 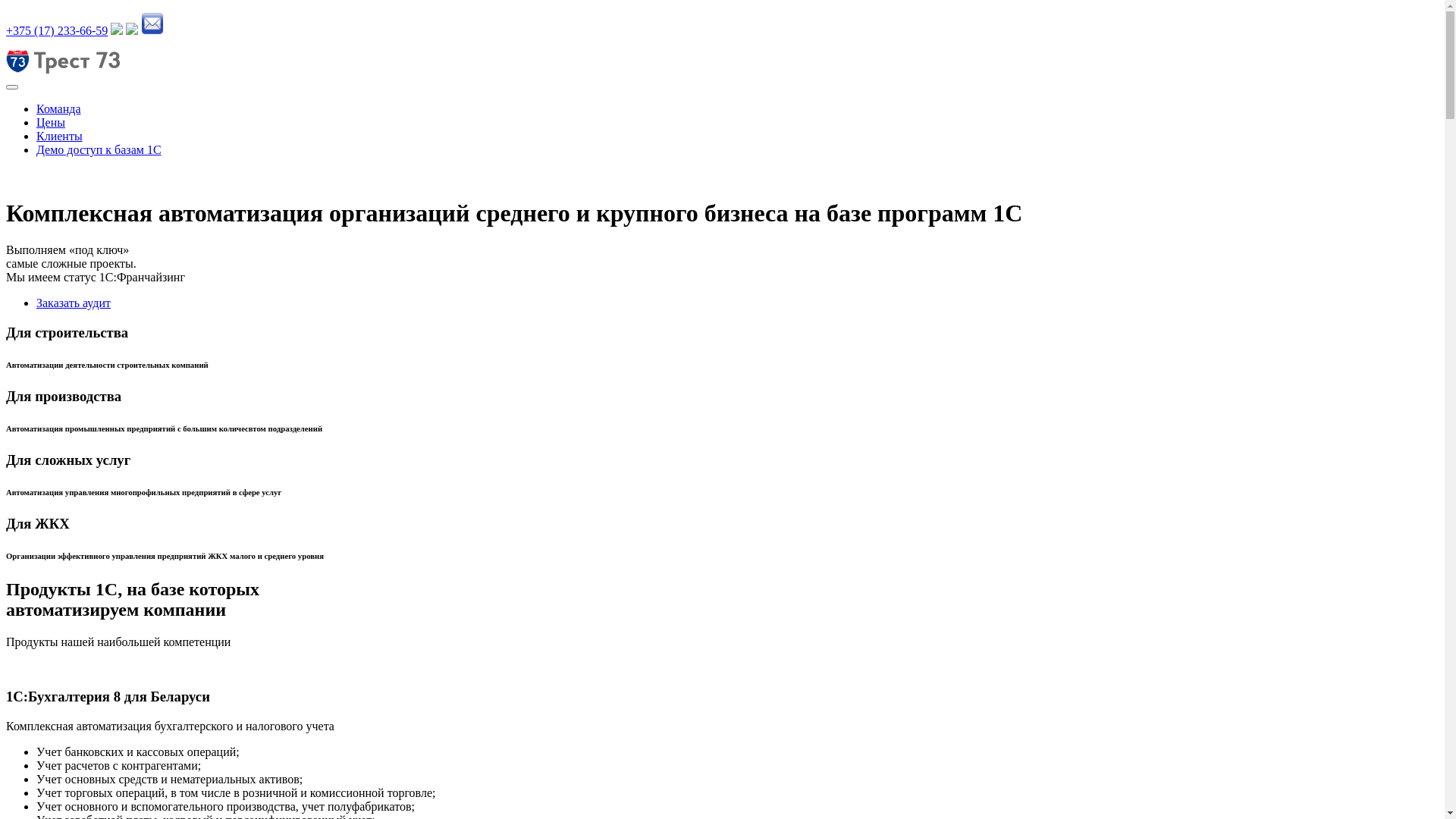 I want to click on '+375 (17) 233-66-59', so click(x=6, y=30).